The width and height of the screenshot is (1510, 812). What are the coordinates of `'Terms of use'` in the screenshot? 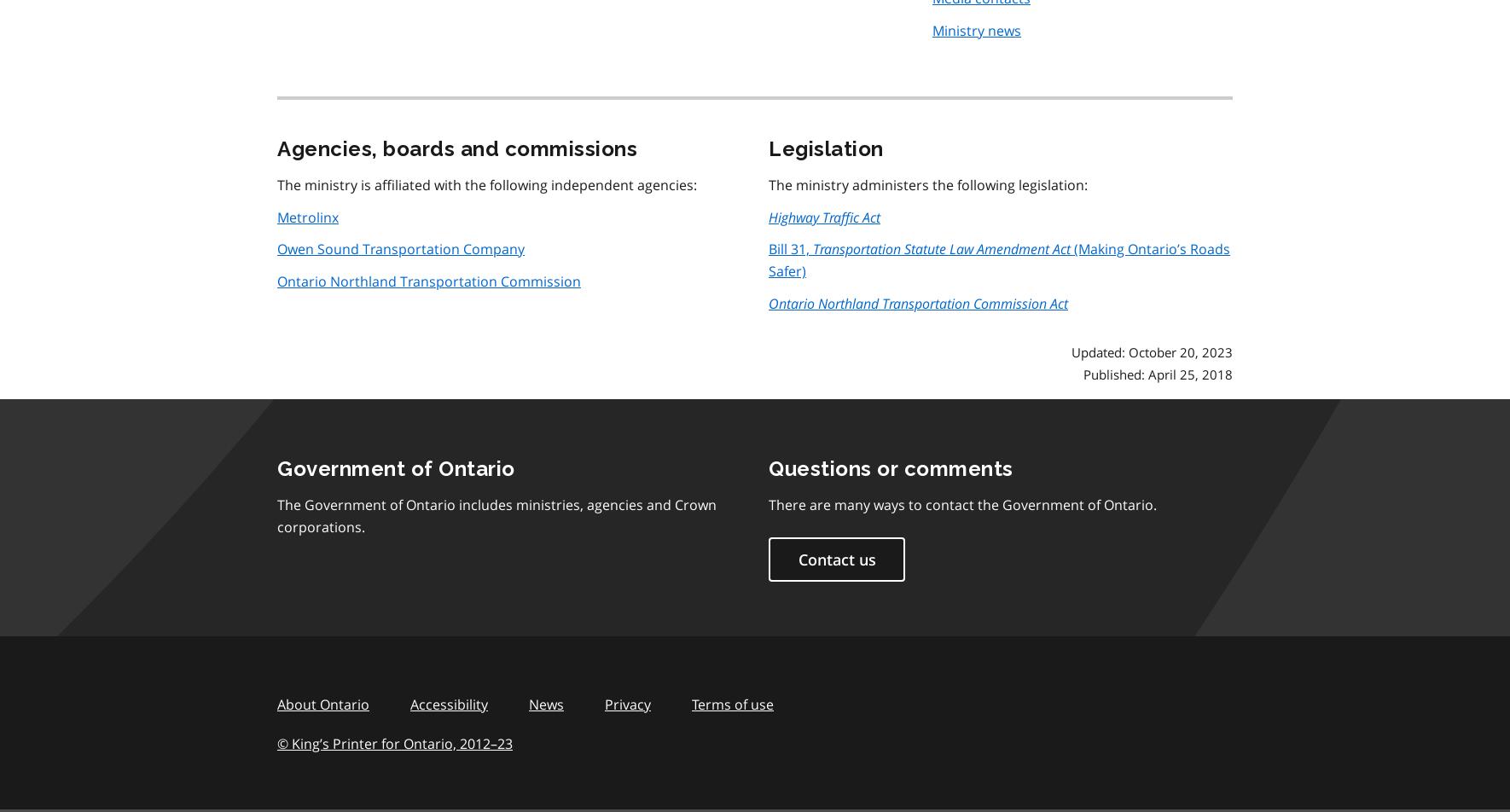 It's located at (692, 704).